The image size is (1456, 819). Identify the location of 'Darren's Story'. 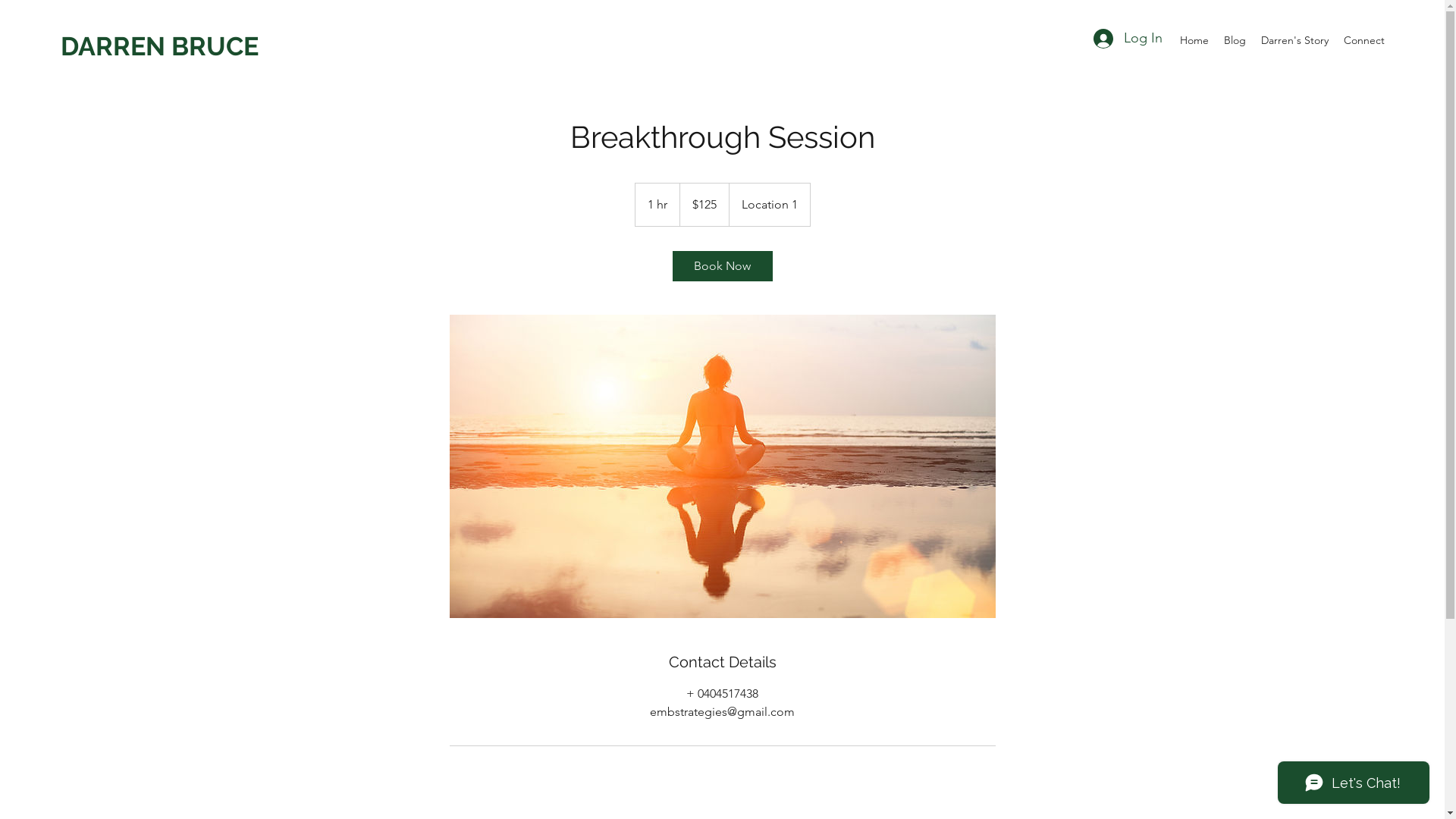
(1253, 39).